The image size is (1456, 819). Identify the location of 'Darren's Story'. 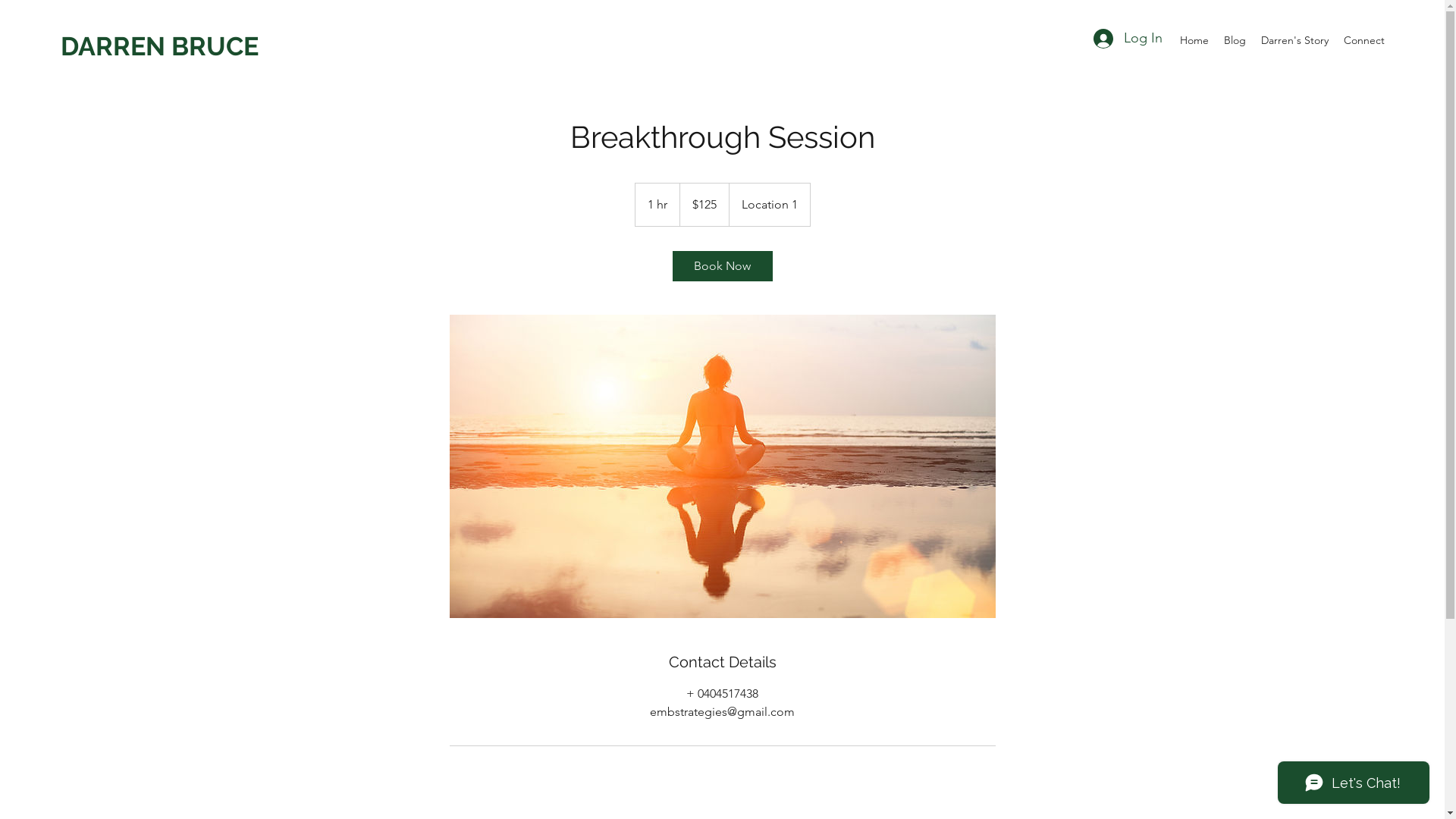
(1253, 39).